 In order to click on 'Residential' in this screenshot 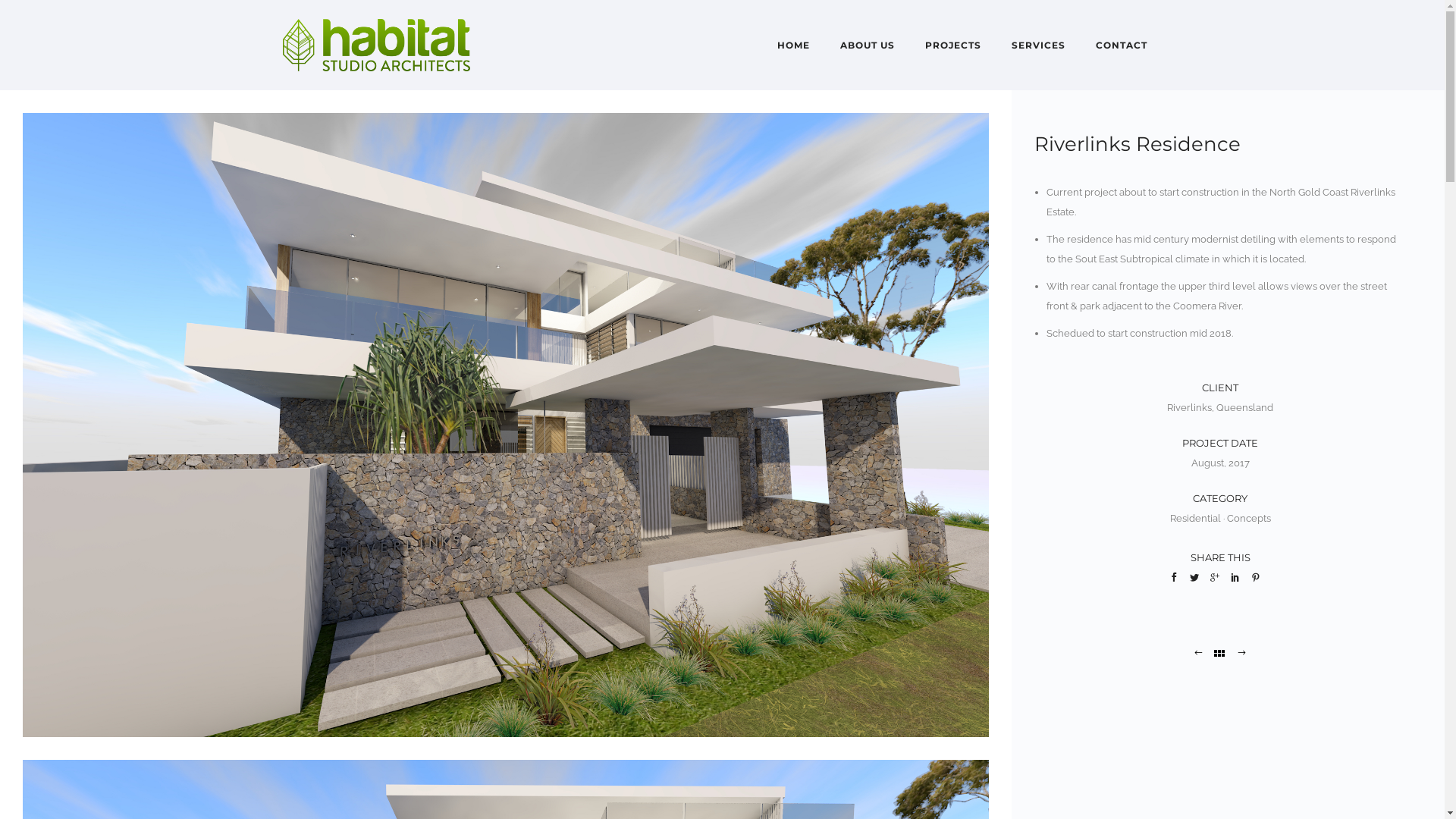, I will do `click(1194, 517)`.